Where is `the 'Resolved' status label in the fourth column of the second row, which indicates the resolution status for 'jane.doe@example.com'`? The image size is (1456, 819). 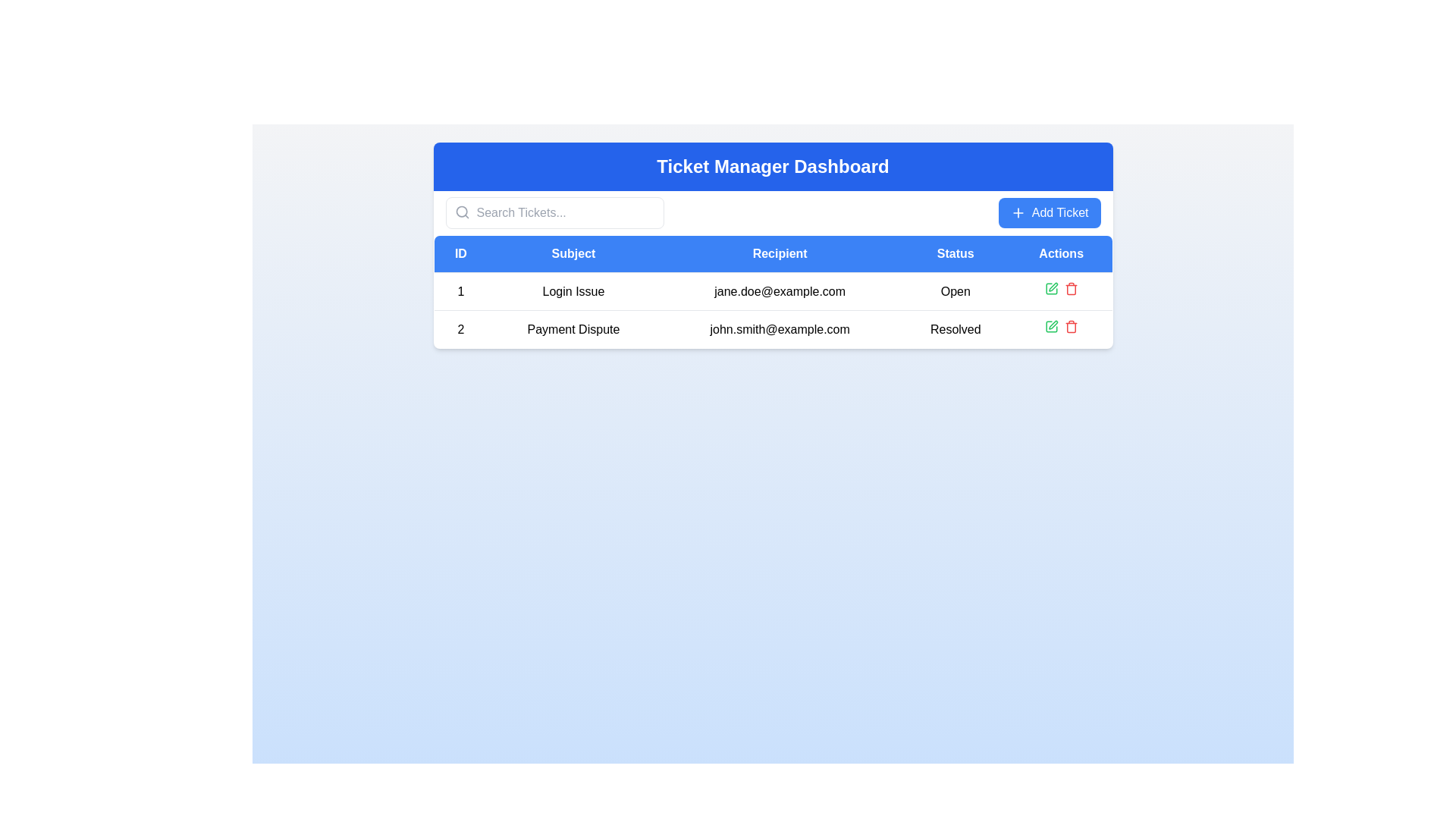
the 'Resolved' status label in the fourth column of the second row, which indicates the resolution status for 'jane.doe@example.com' is located at coordinates (955, 328).